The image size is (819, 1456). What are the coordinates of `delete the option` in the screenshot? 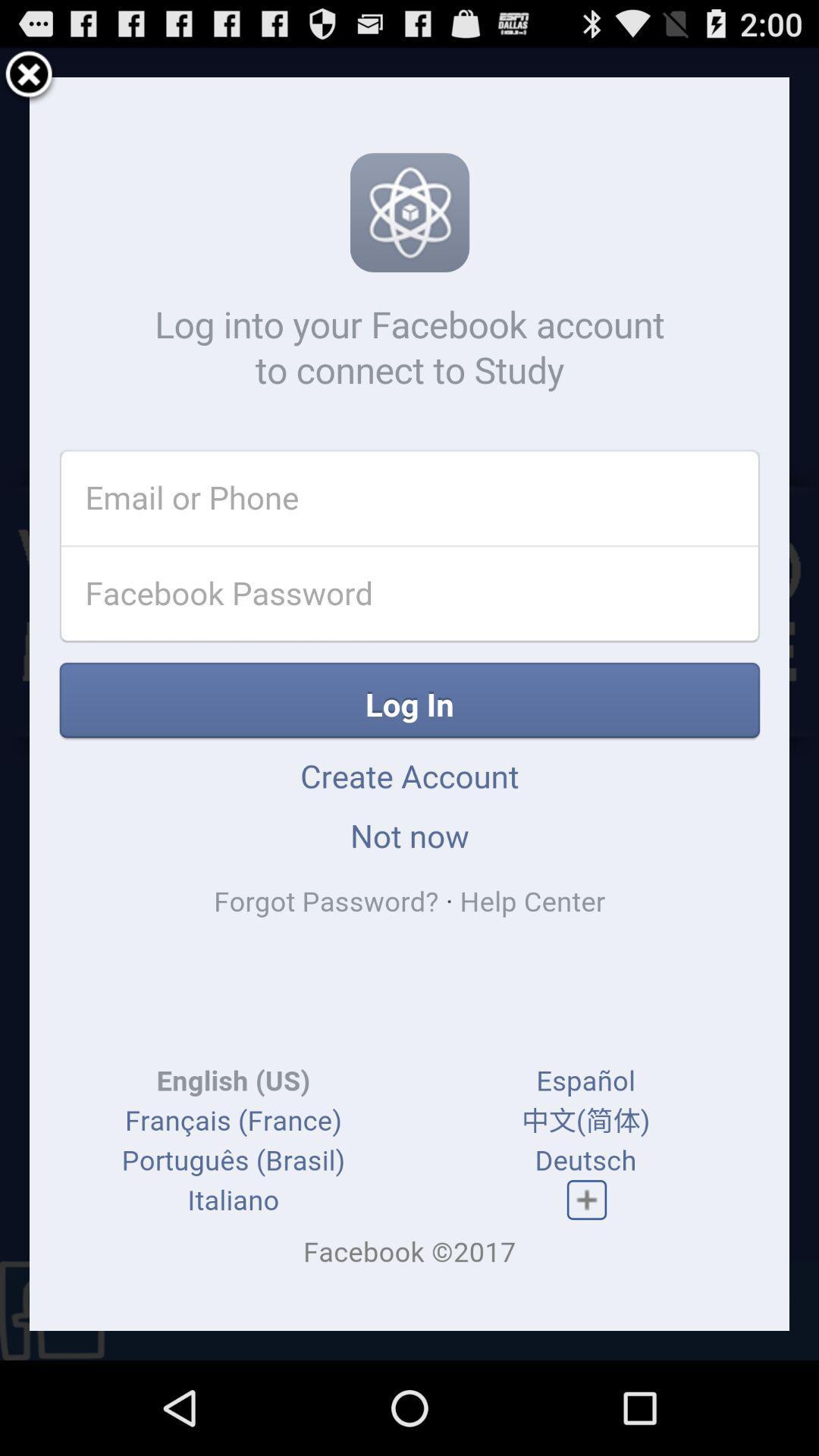 It's located at (29, 76).